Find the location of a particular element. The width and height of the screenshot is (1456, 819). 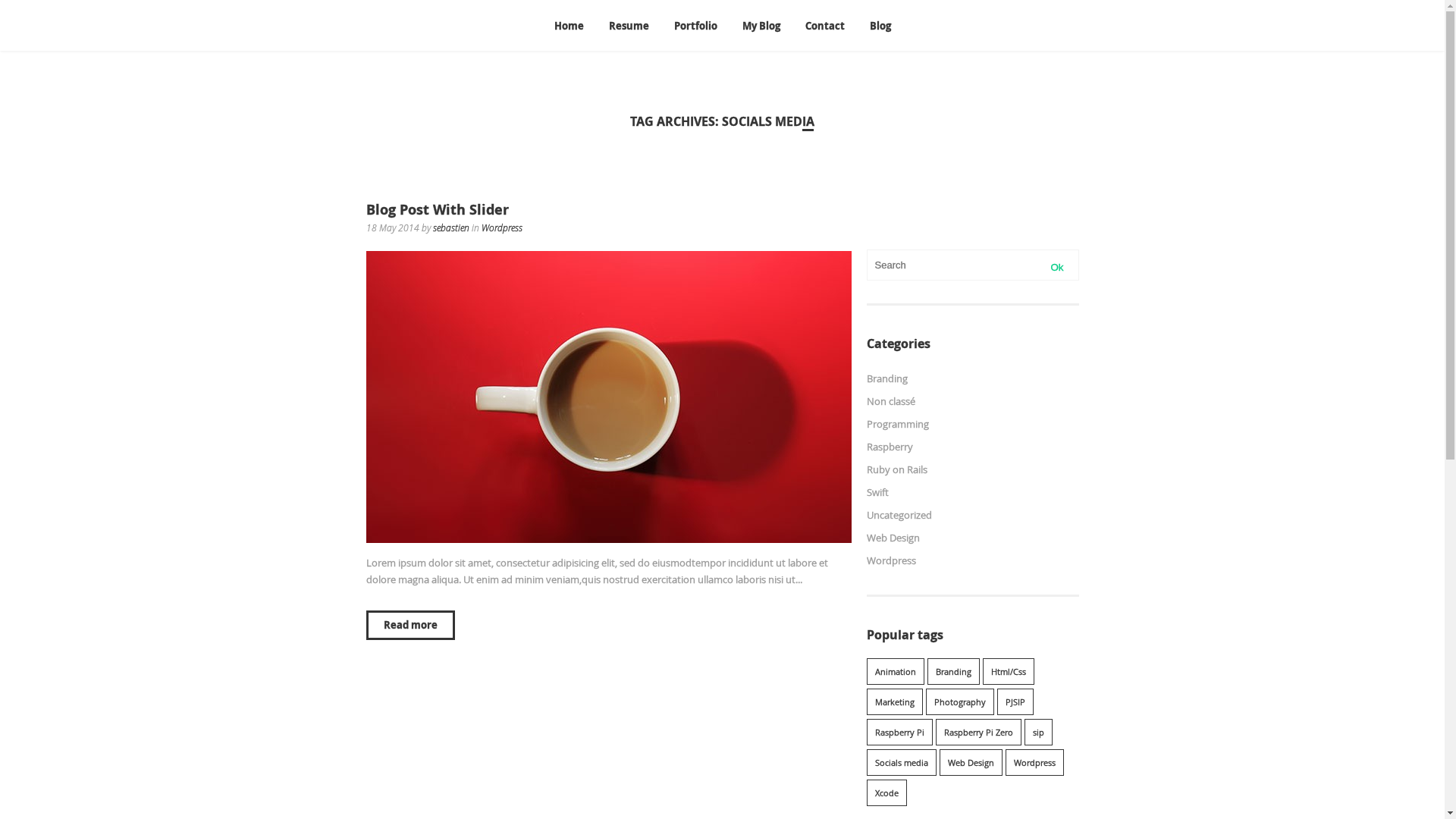

'Programming' is located at coordinates (866, 424).